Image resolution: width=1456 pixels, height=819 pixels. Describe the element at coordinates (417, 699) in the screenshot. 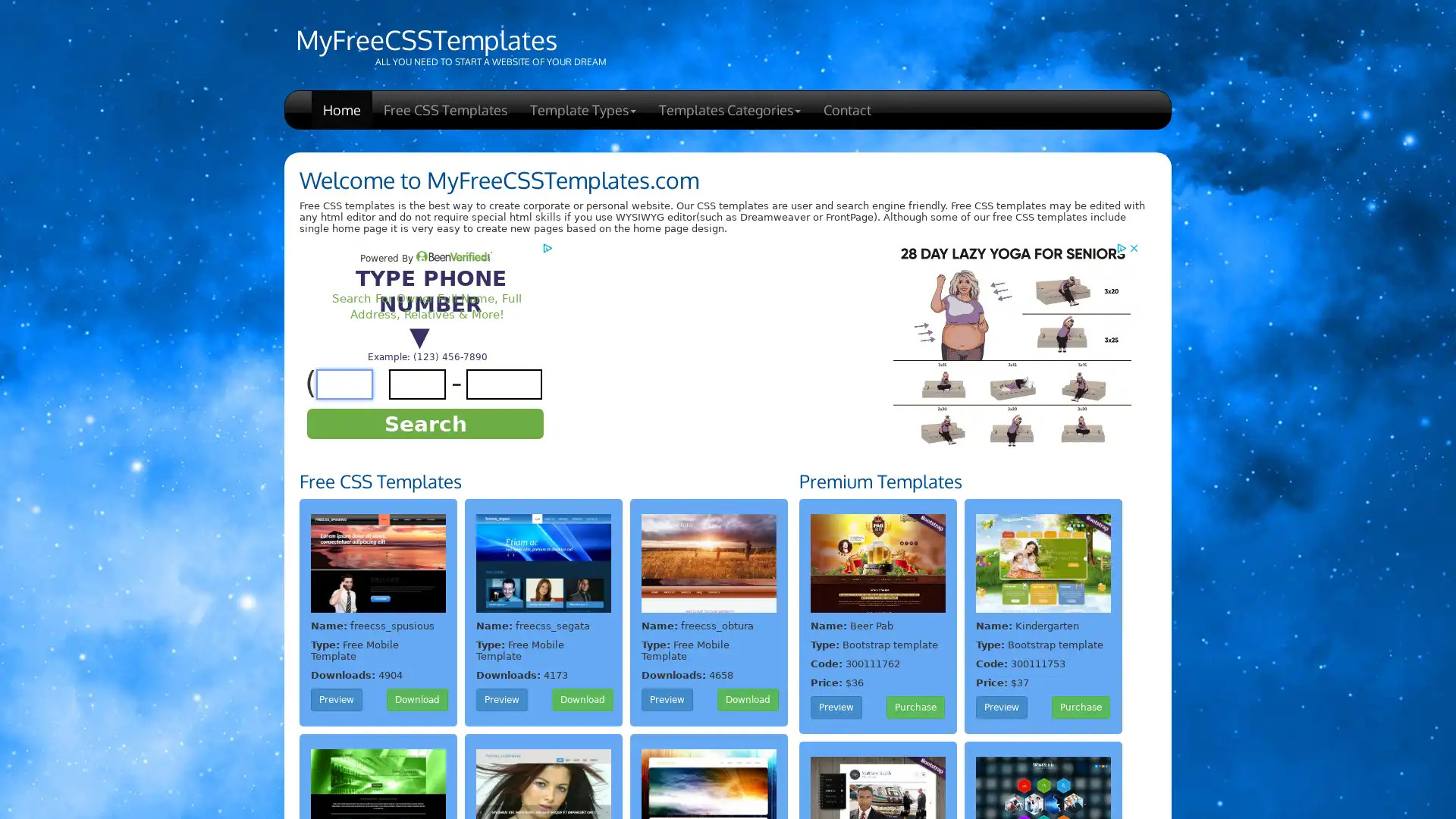

I see `Download` at that location.